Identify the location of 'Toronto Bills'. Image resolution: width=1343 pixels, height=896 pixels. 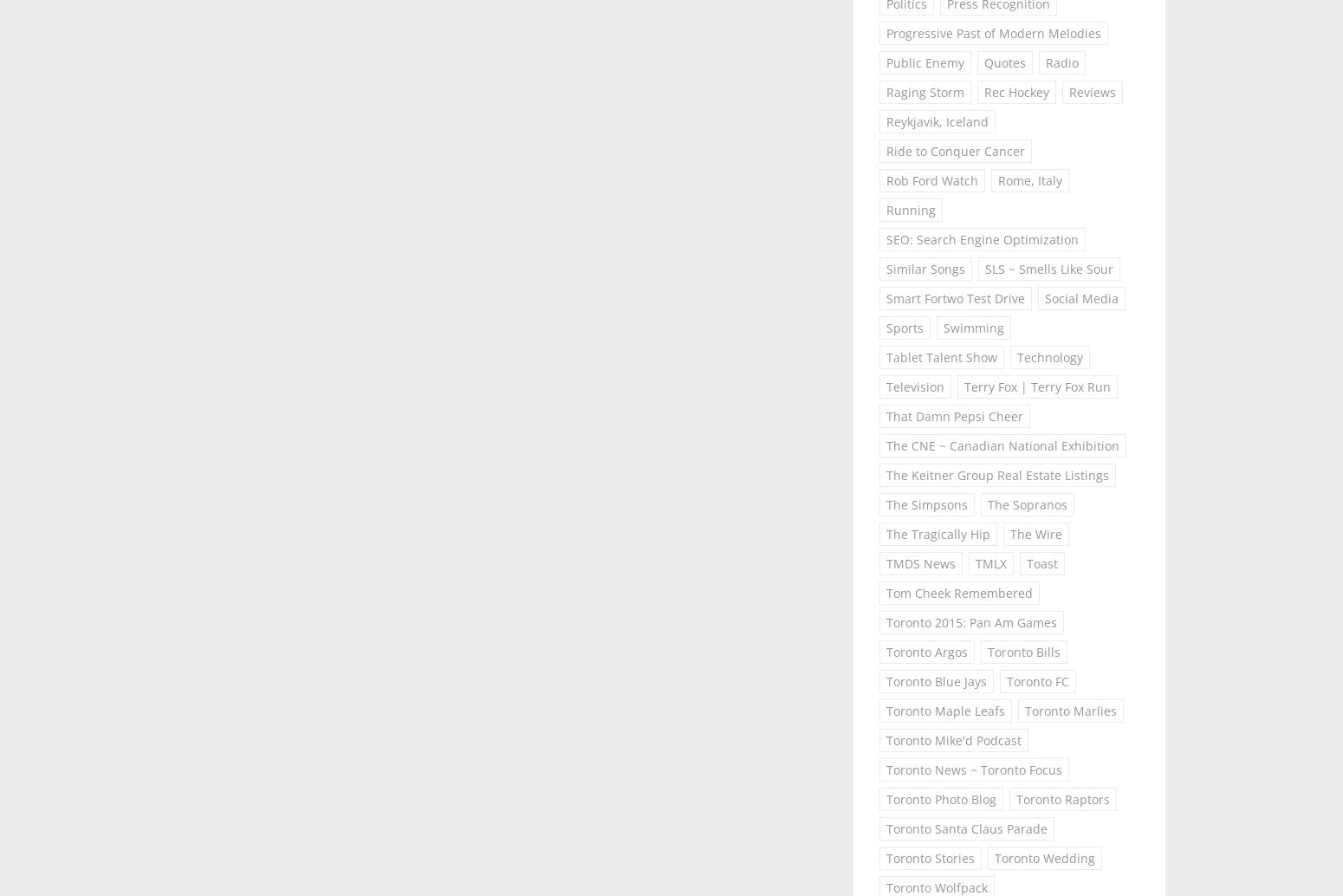
(1024, 652).